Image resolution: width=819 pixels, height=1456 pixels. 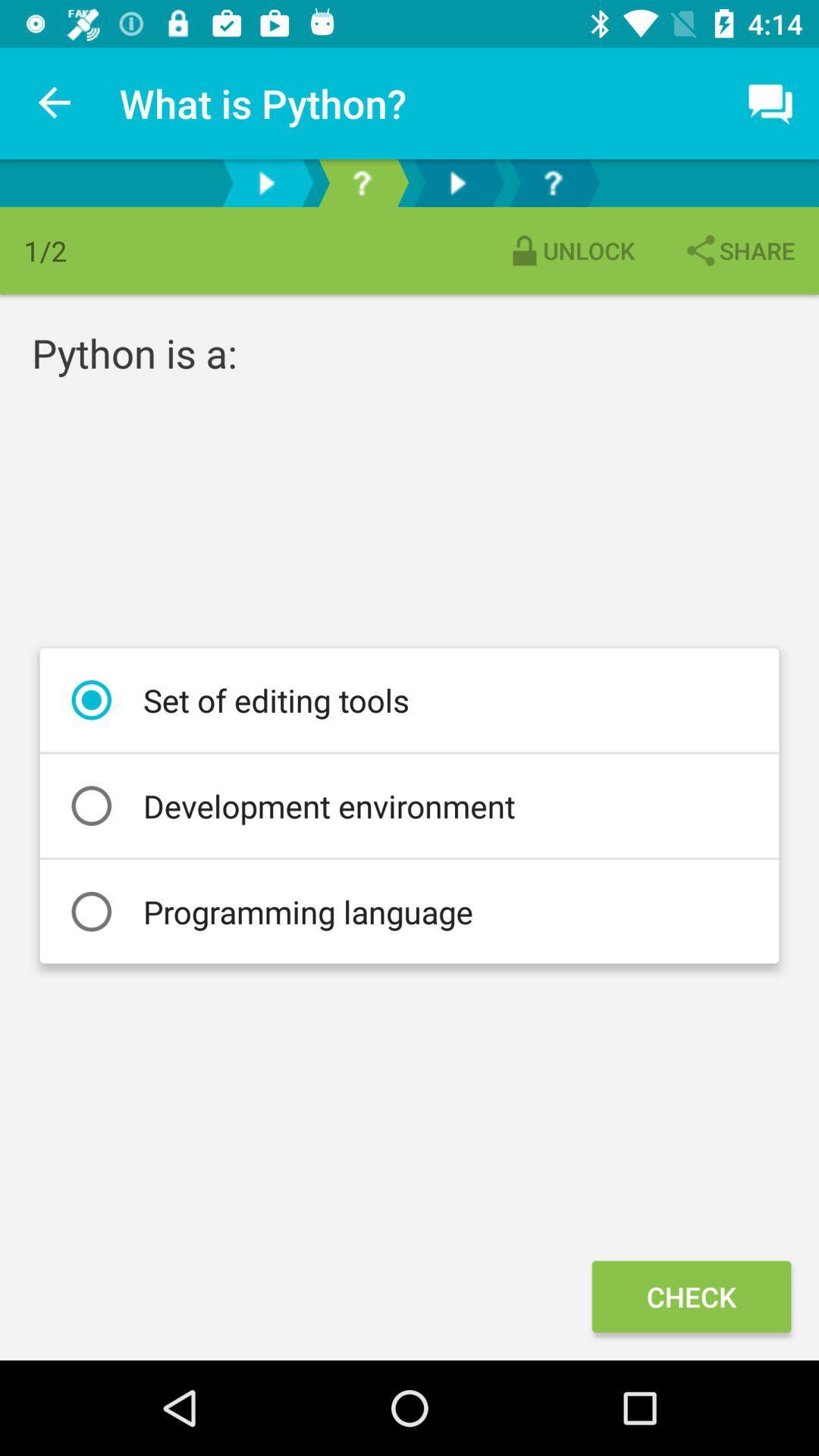 I want to click on the unlock, so click(x=570, y=250).